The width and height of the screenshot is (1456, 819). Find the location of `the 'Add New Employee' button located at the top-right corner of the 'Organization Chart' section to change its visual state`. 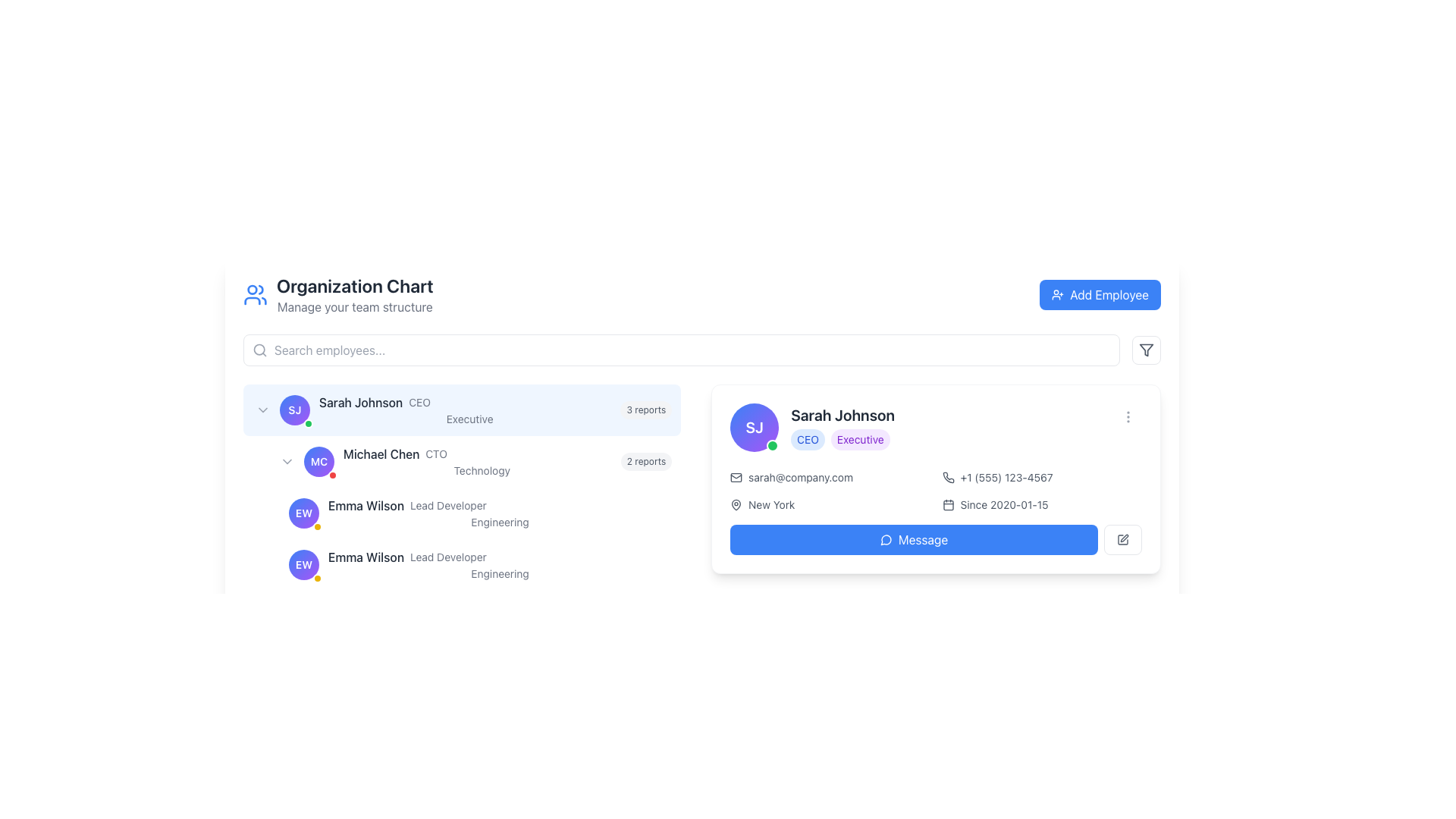

the 'Add New Employee' button located at the top-right corner of the 'Organization Chart' section to change its visual state is located at coordinates (1100, 295).